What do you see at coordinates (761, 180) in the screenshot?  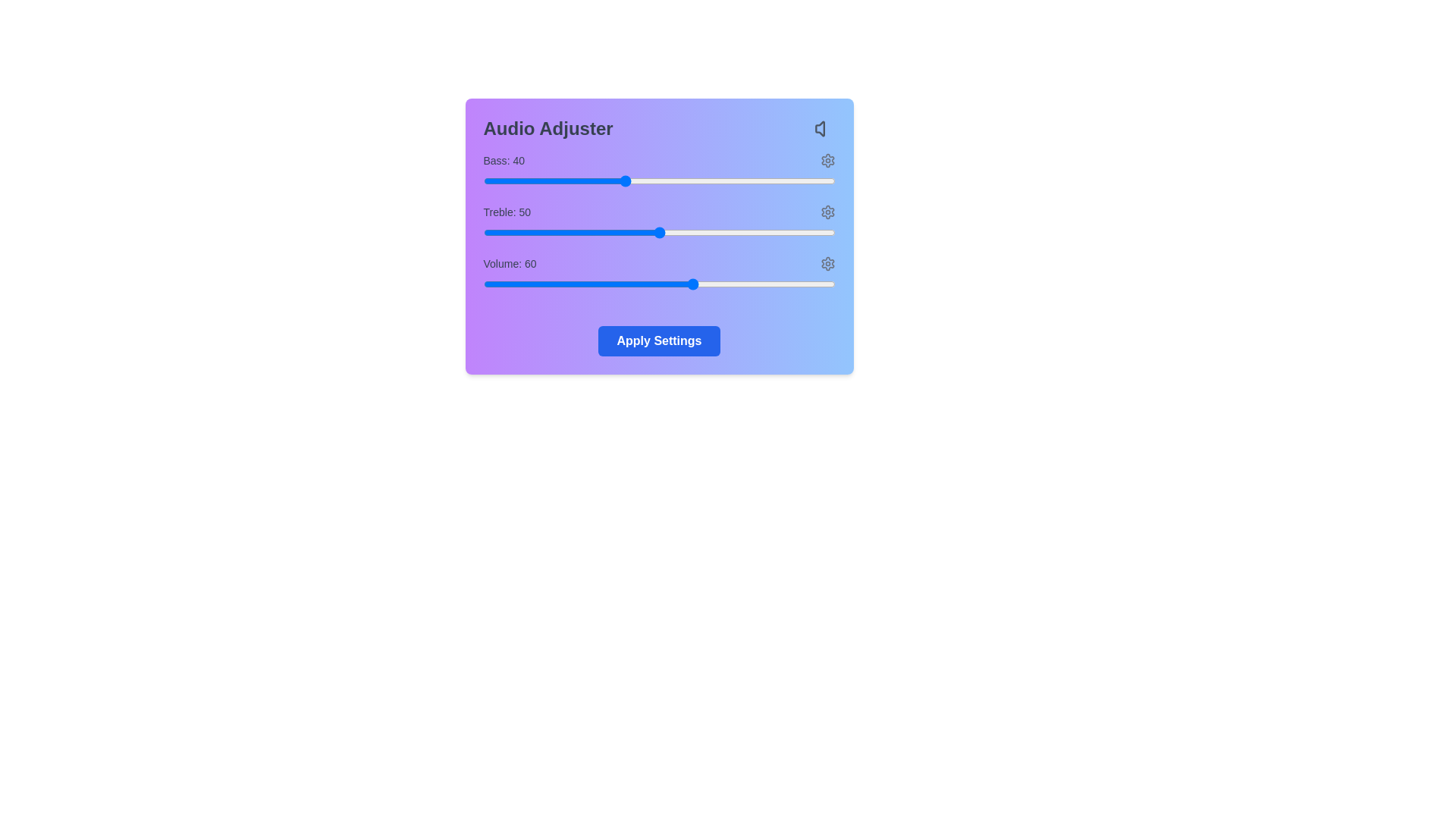 I see `the bass level` at bounding box center [761, 180].